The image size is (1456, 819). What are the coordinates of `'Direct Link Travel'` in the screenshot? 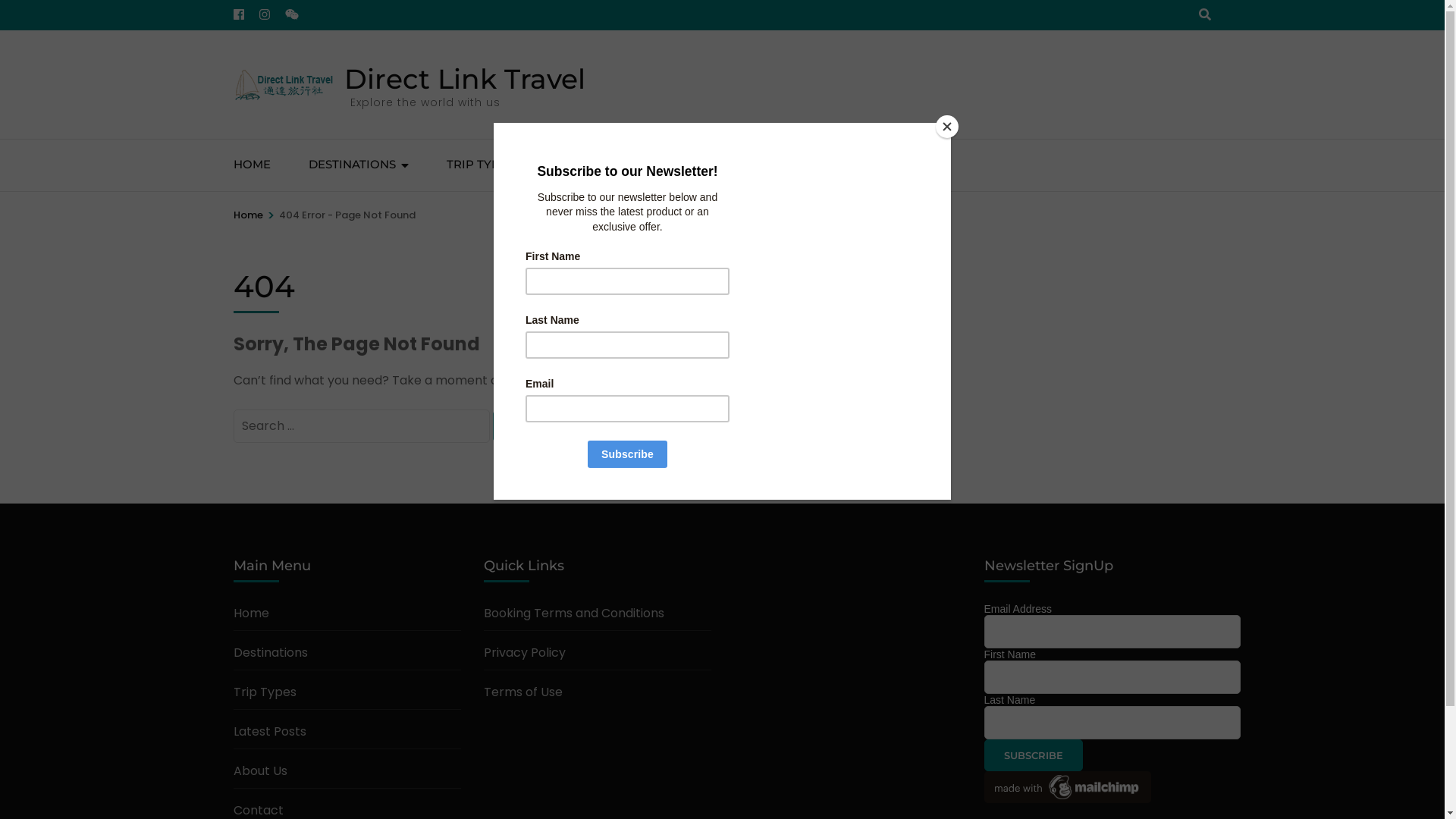 It's located at (464, 79).